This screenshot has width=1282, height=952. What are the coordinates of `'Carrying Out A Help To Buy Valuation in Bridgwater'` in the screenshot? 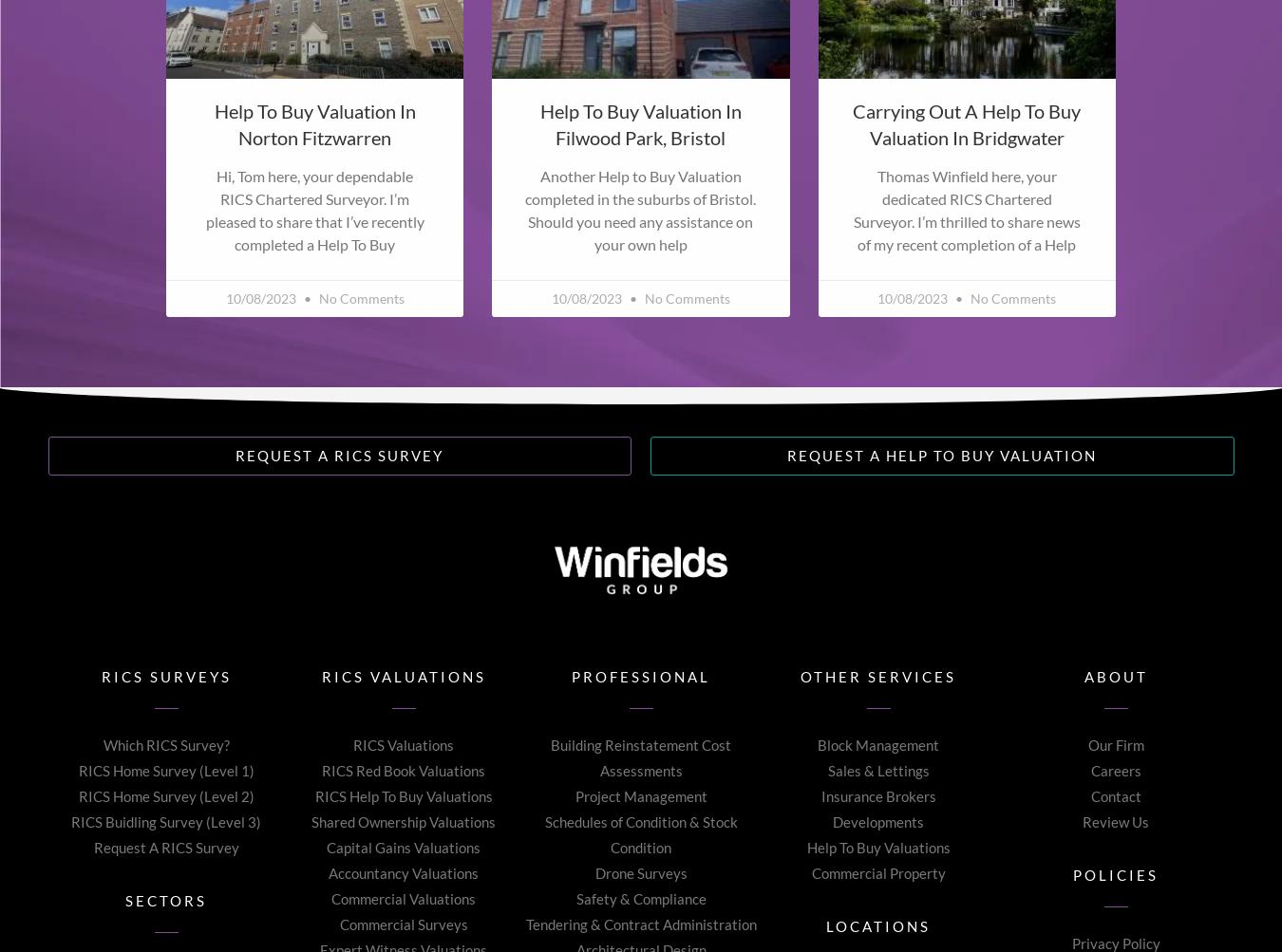 It's located at (967, 121).